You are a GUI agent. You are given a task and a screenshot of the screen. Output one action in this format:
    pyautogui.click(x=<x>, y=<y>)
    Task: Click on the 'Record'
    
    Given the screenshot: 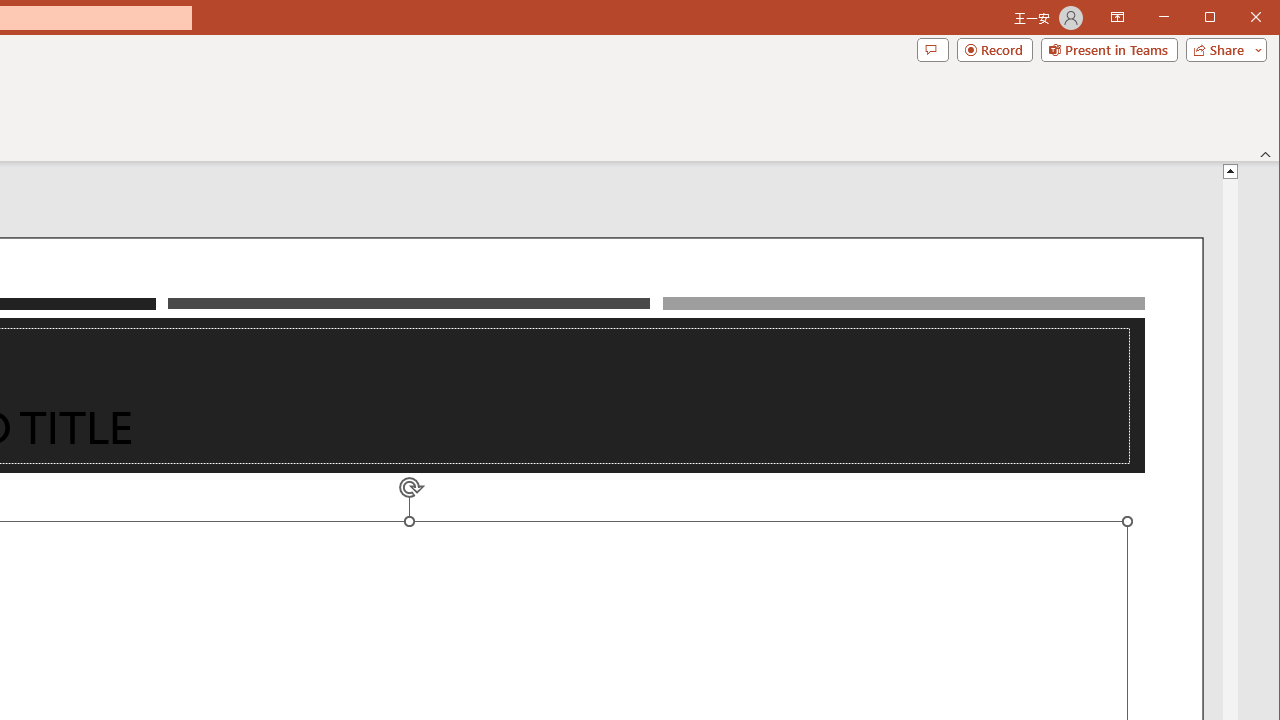 What is the action you would take?
    pyautogui.click(x=995, y=49)
    